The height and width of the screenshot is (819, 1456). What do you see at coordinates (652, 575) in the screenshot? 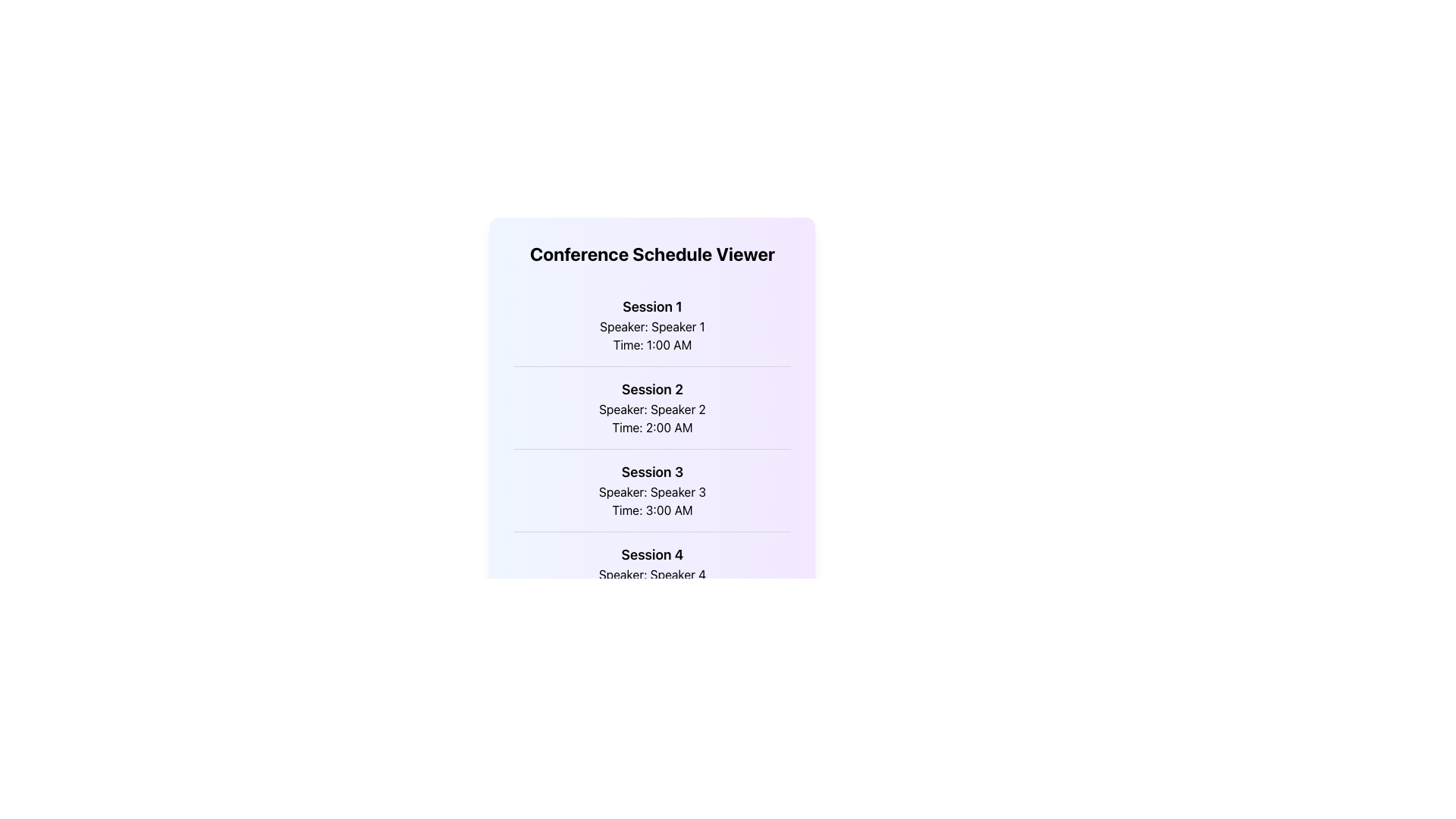
I see `text label that displays 'Speaker: Speaker 4', which is positioned below 'Session 4' and above 'Time: 4:00 AM'` at bounding box center [652, 575].